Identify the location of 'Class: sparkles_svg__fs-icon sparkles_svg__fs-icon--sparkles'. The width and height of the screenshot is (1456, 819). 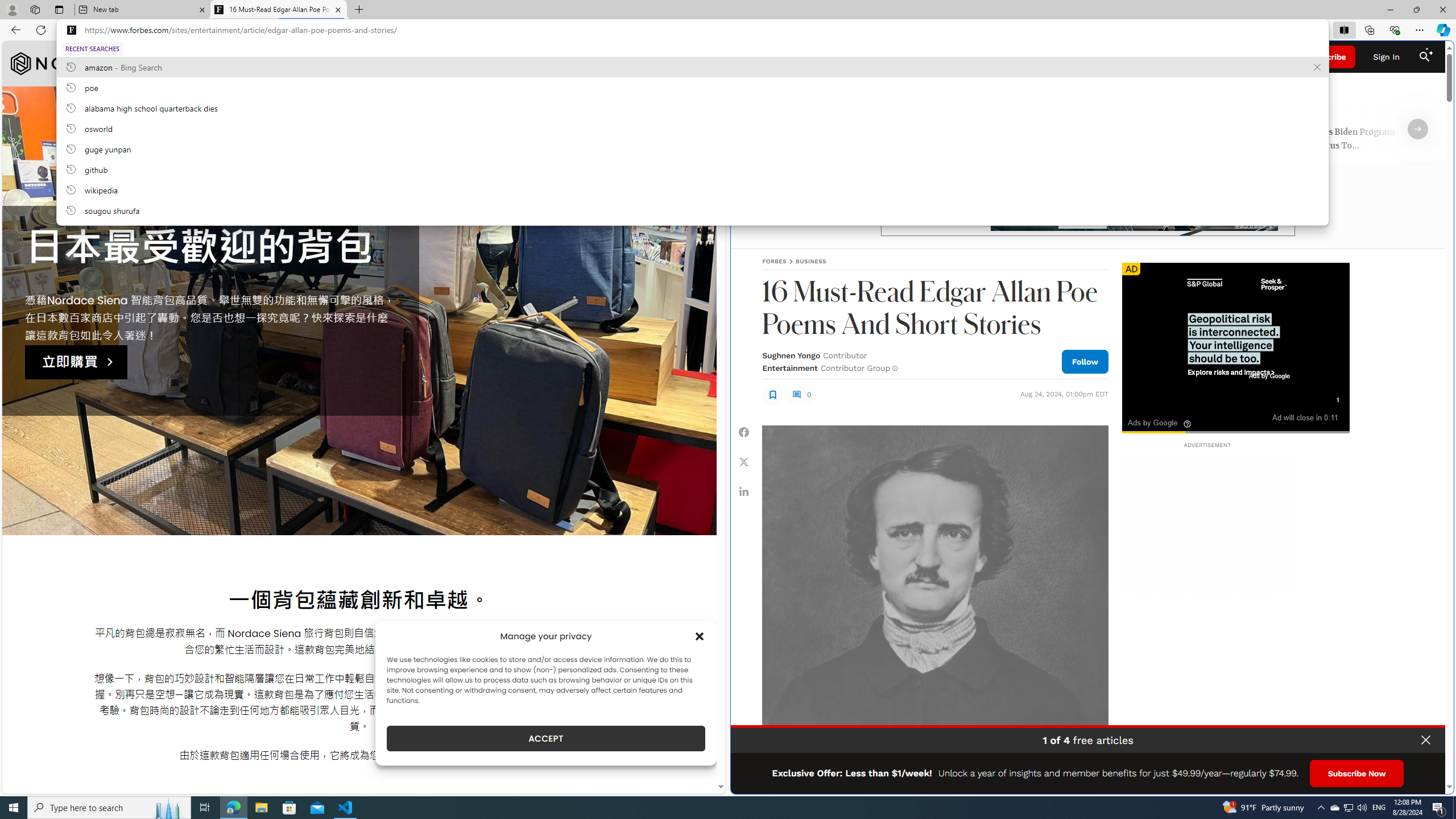
(1430, 51).